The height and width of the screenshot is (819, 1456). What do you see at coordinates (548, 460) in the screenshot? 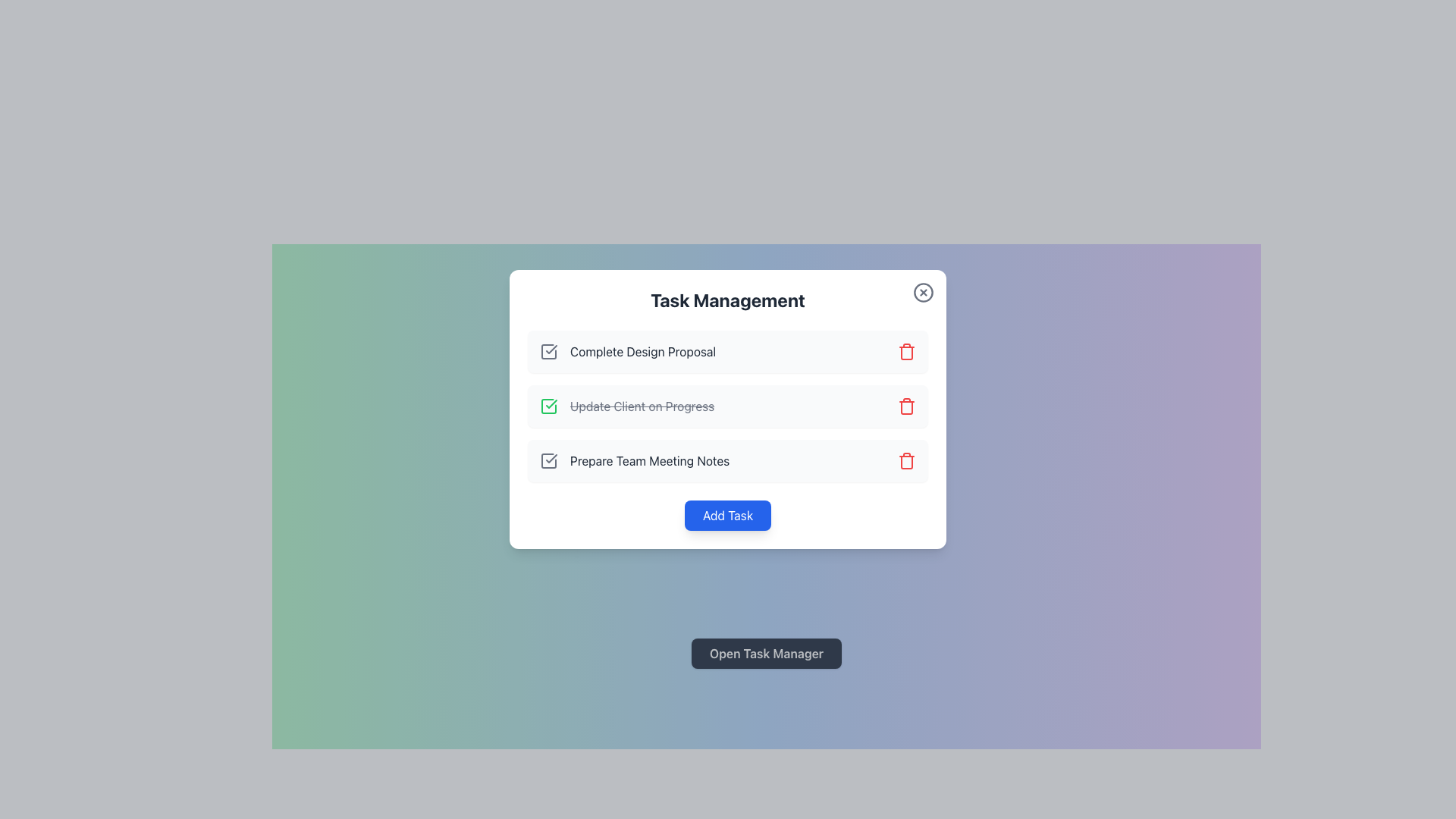
I see `the checkbox` at bounding box center [548, 460].